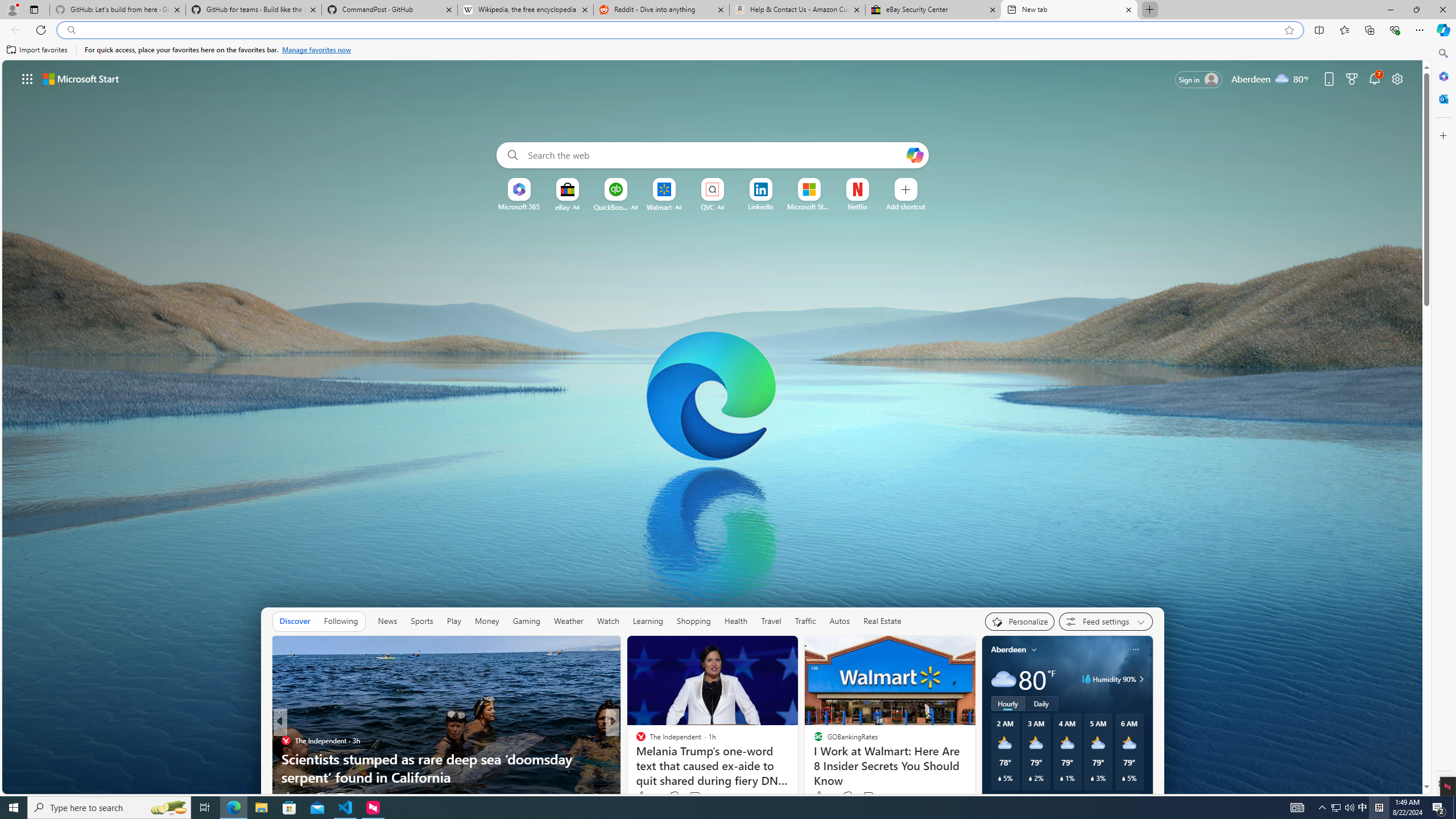  I want to click on 'Daily Meal', so click(635, 741).